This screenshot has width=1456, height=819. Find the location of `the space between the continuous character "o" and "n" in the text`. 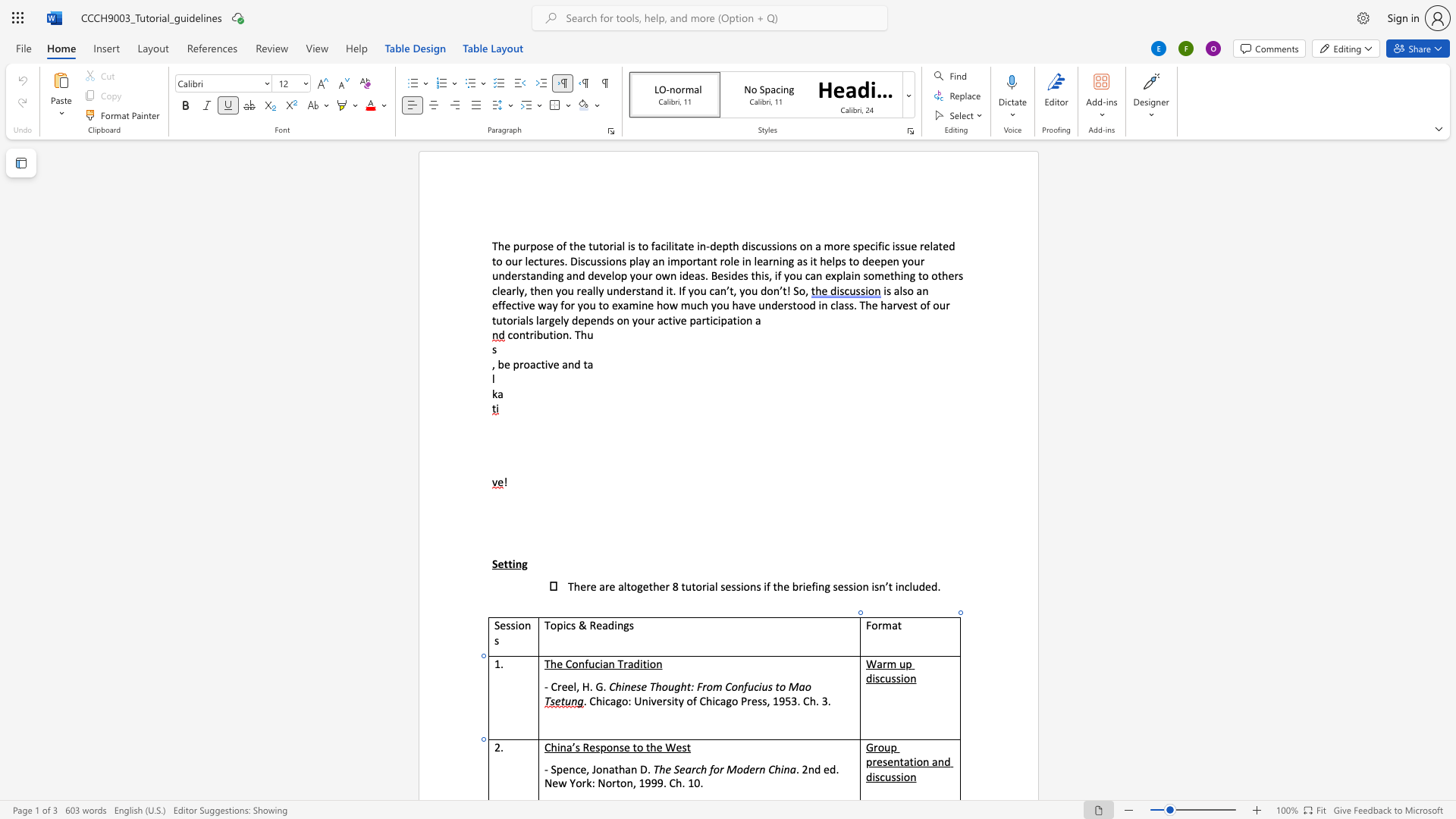

the space between the continuous character "o" and "n" in the text is located at coordinates (613, 746).